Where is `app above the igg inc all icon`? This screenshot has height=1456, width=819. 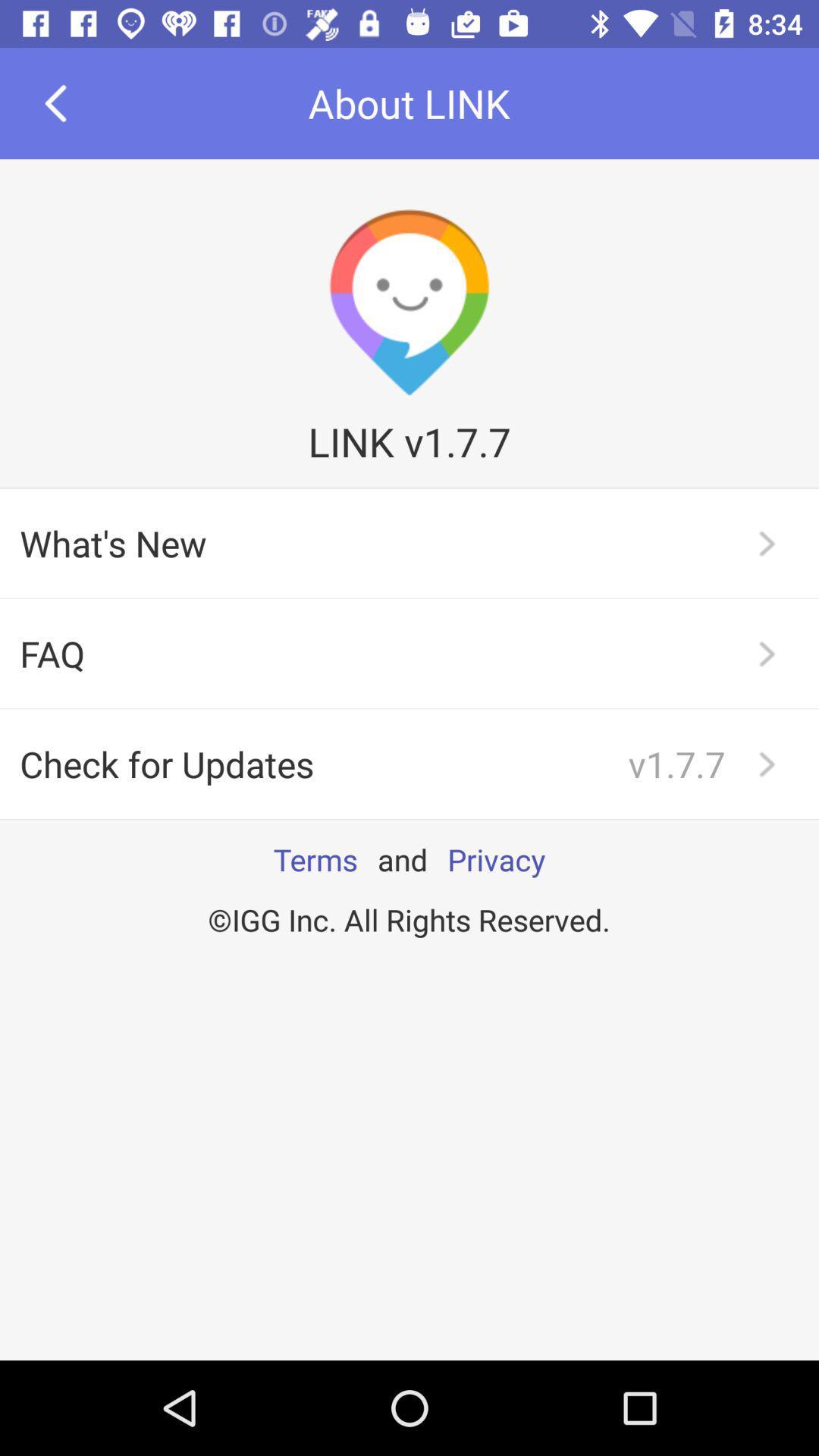 app above the igg inc all icon is located at coordinates (496, 859).